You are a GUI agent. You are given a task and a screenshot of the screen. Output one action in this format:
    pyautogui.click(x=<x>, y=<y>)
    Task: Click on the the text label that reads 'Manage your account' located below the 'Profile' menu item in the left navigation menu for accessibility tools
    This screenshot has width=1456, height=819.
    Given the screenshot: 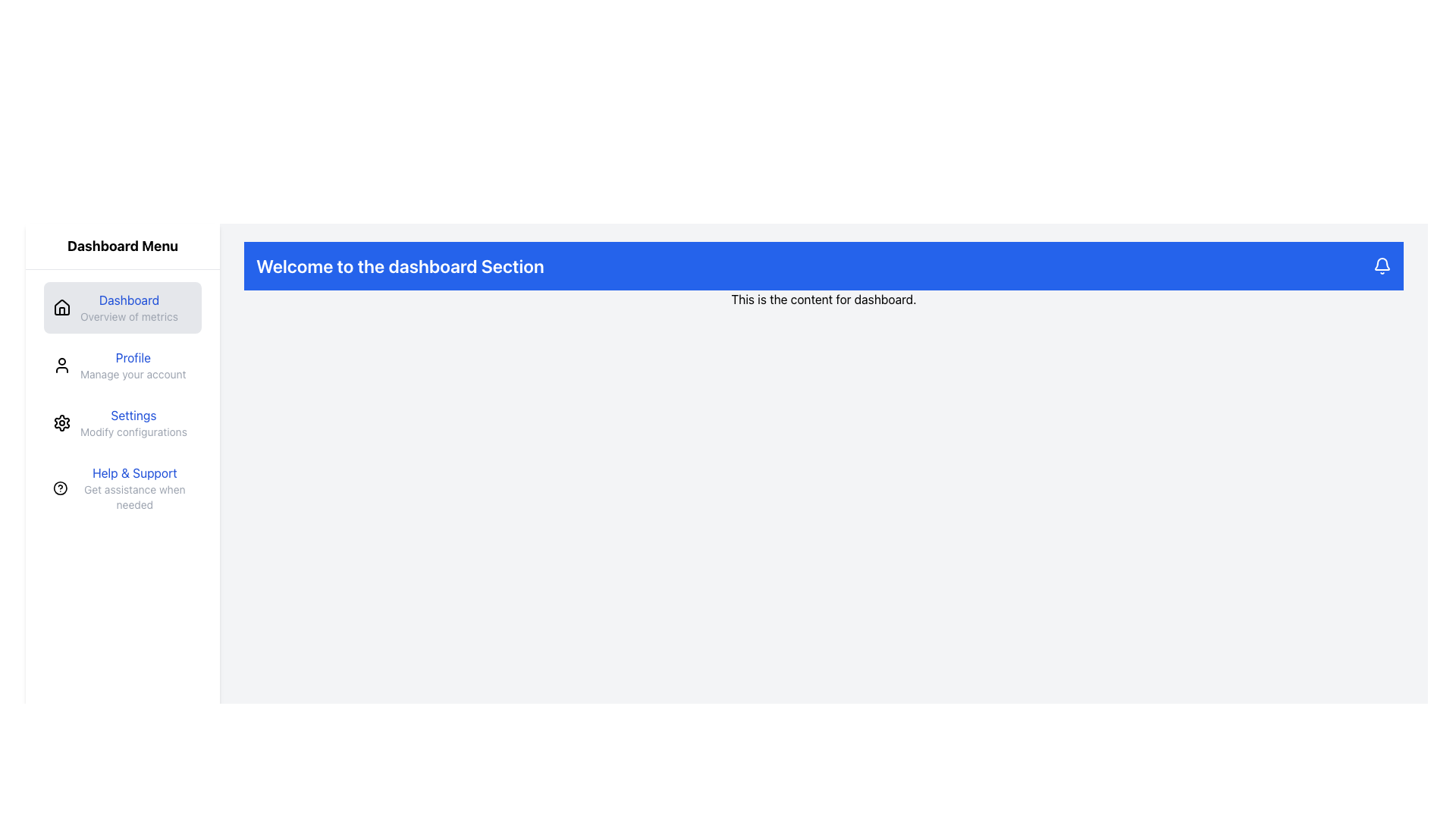 What is the action you would take?
    pyautogui.click(x=133, y=374)
    